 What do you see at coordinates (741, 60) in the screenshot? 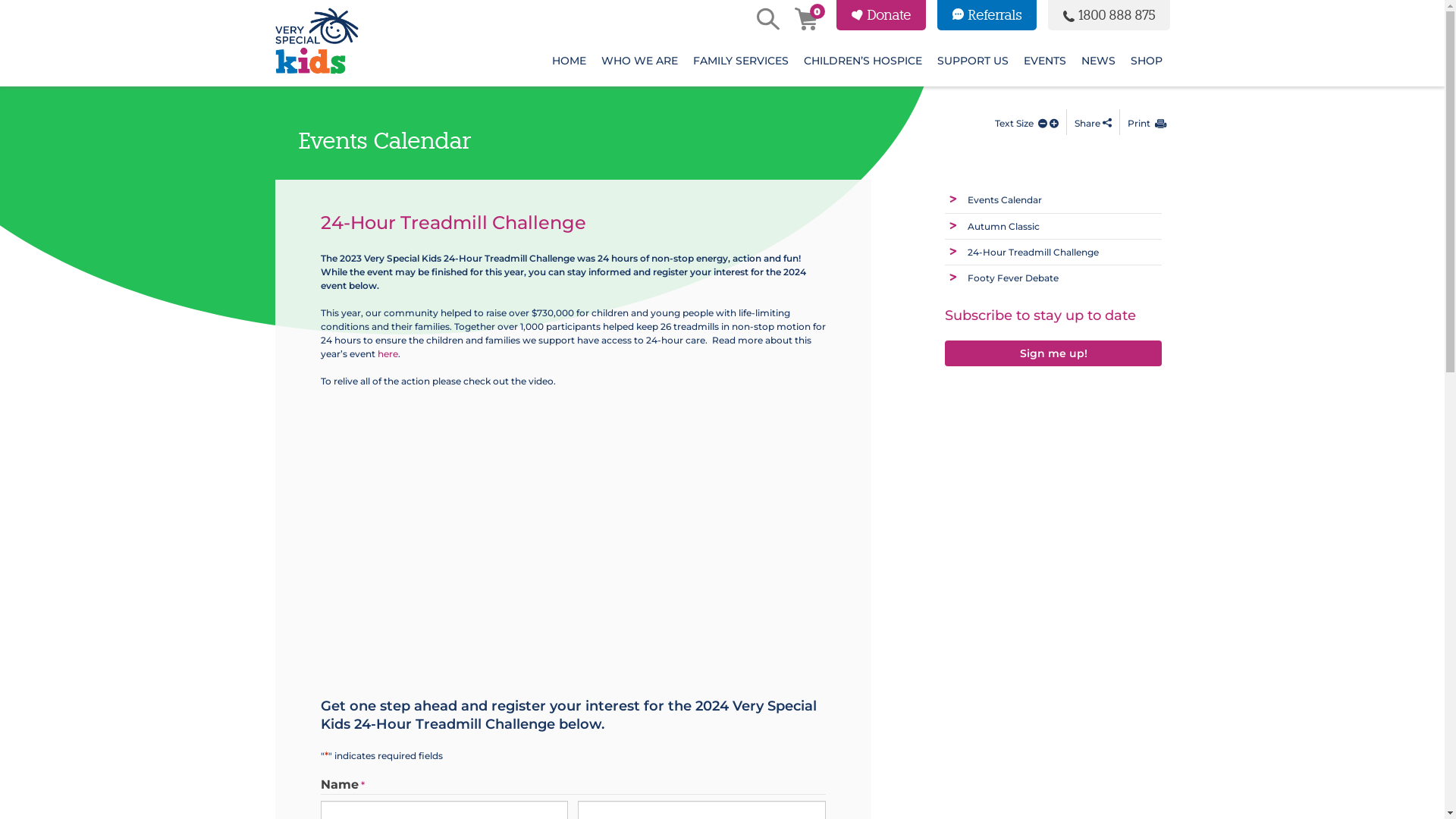
I see `'FAMILY SERVICES'` at bounding box center [741, 60].